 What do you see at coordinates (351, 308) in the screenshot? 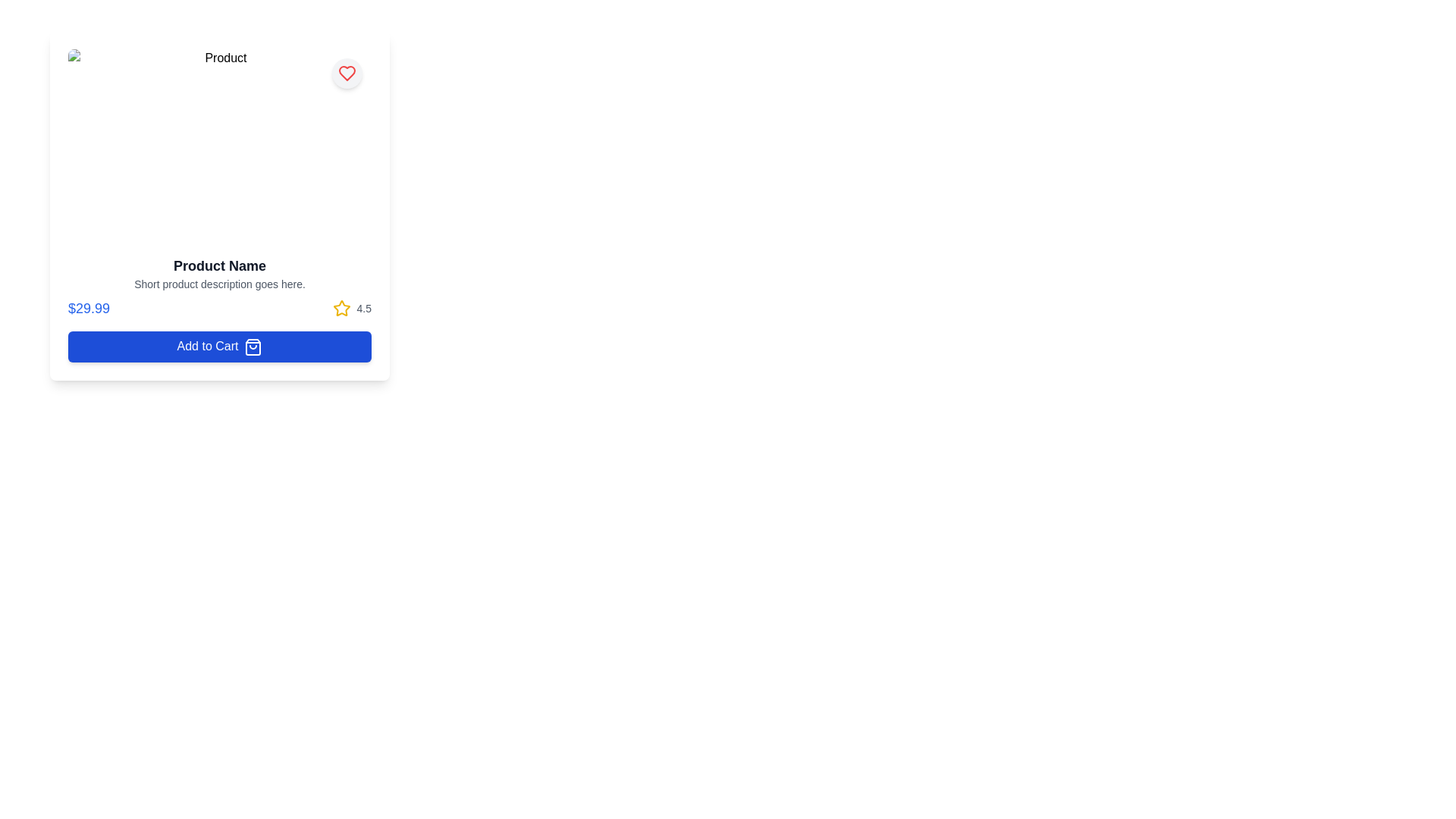
I see `the Rating indicator, which consists of a yellow outlined star and the text '4.5' in gray font, located at the bottom right of the product card` at bounding box center [351, 308].